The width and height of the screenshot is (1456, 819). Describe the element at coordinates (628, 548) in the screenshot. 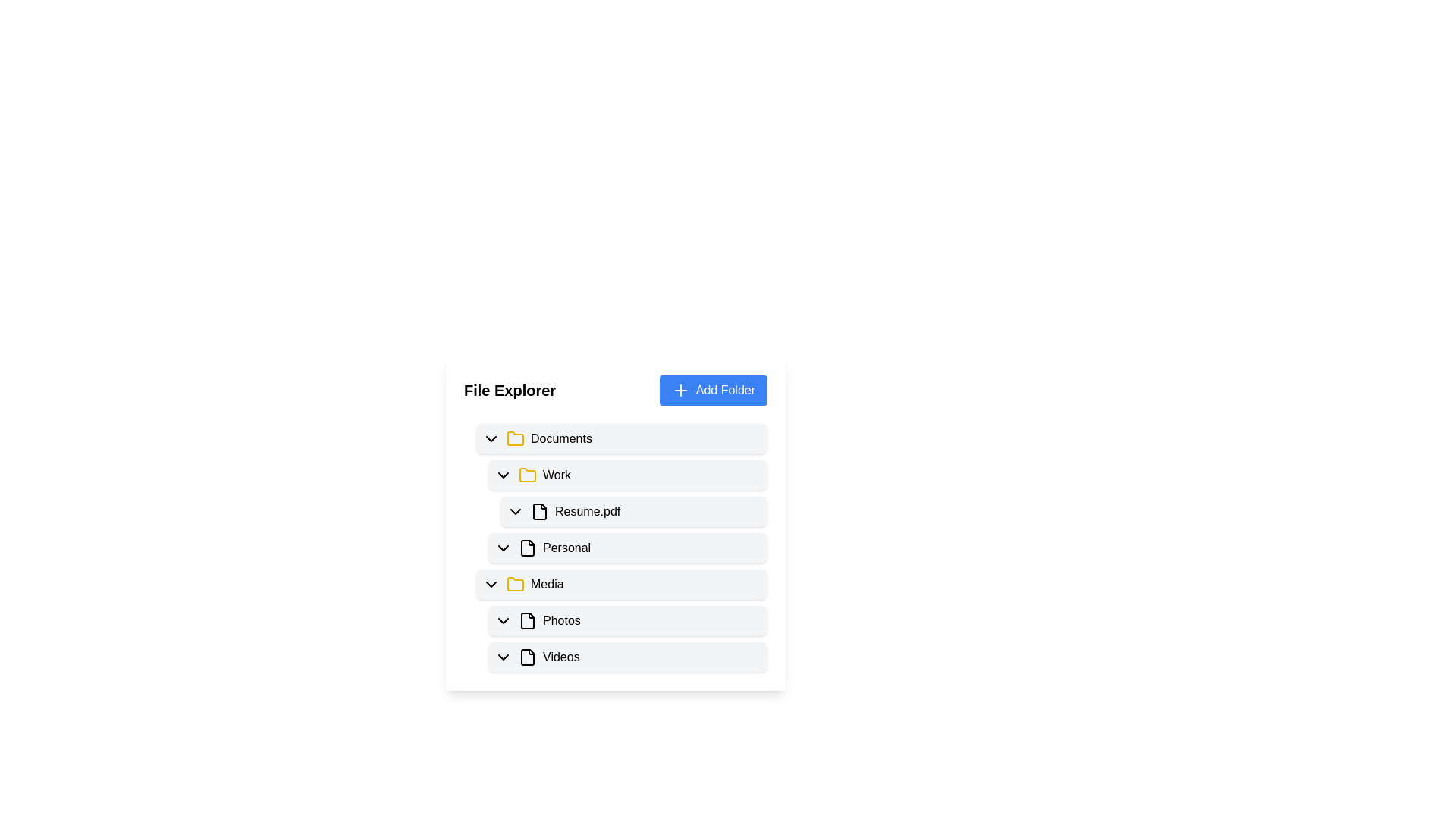

I see `the second list item in the 'Documents > Work' section of the file explorer` at that location.